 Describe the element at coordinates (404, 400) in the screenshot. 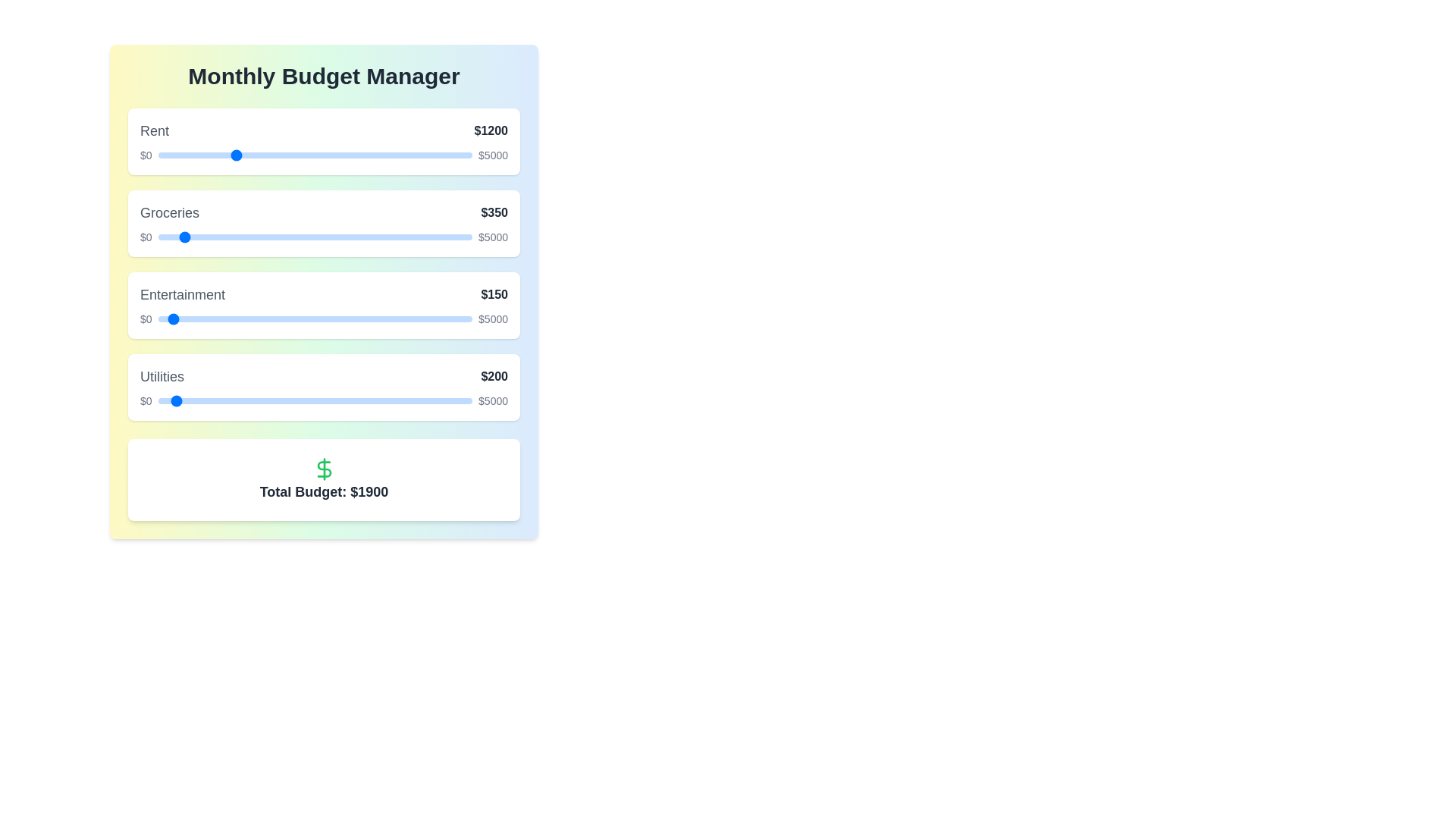

I see `the utility budget slider` at that location.